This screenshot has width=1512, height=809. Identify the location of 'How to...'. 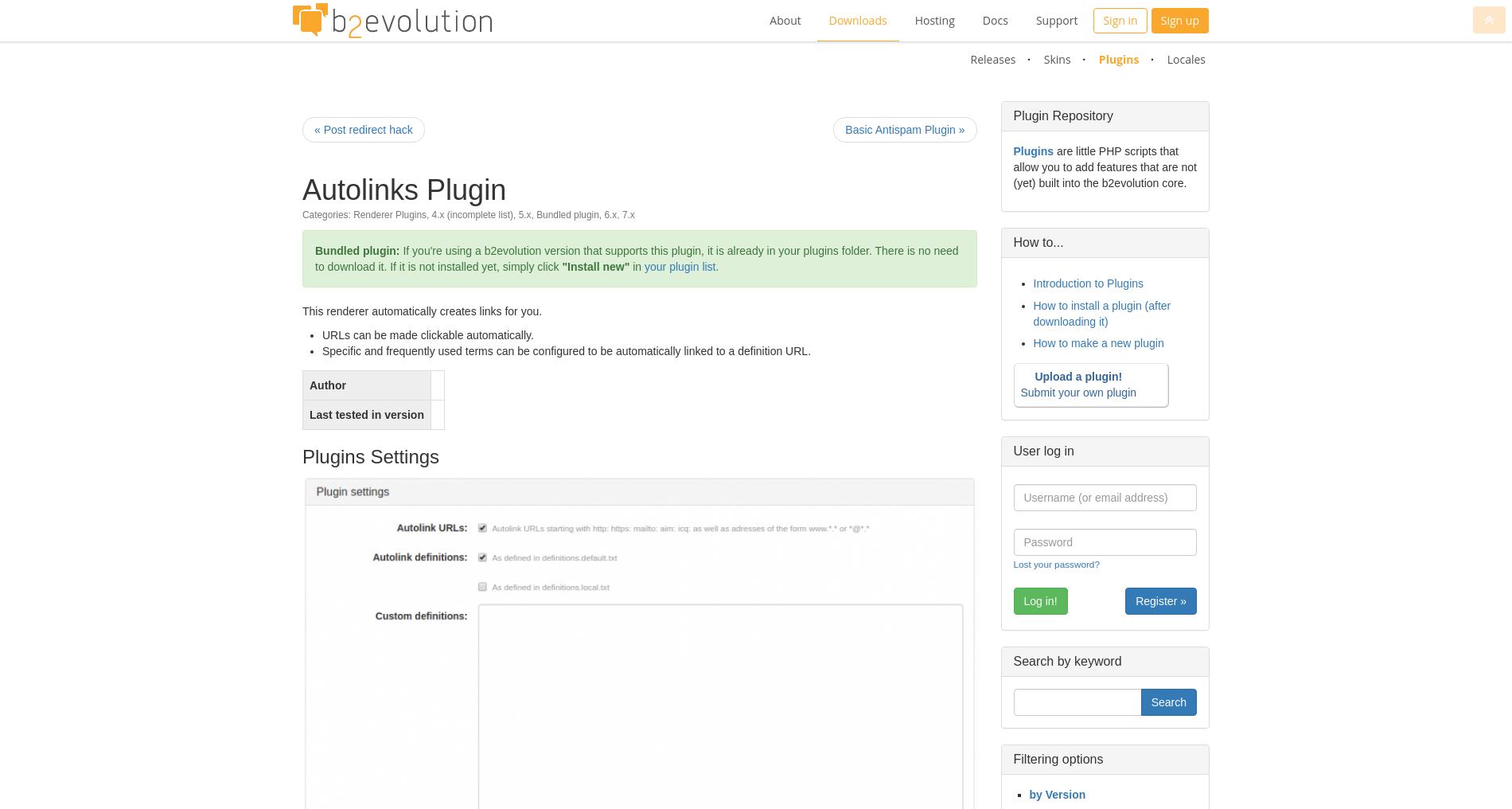
(1037, 241).